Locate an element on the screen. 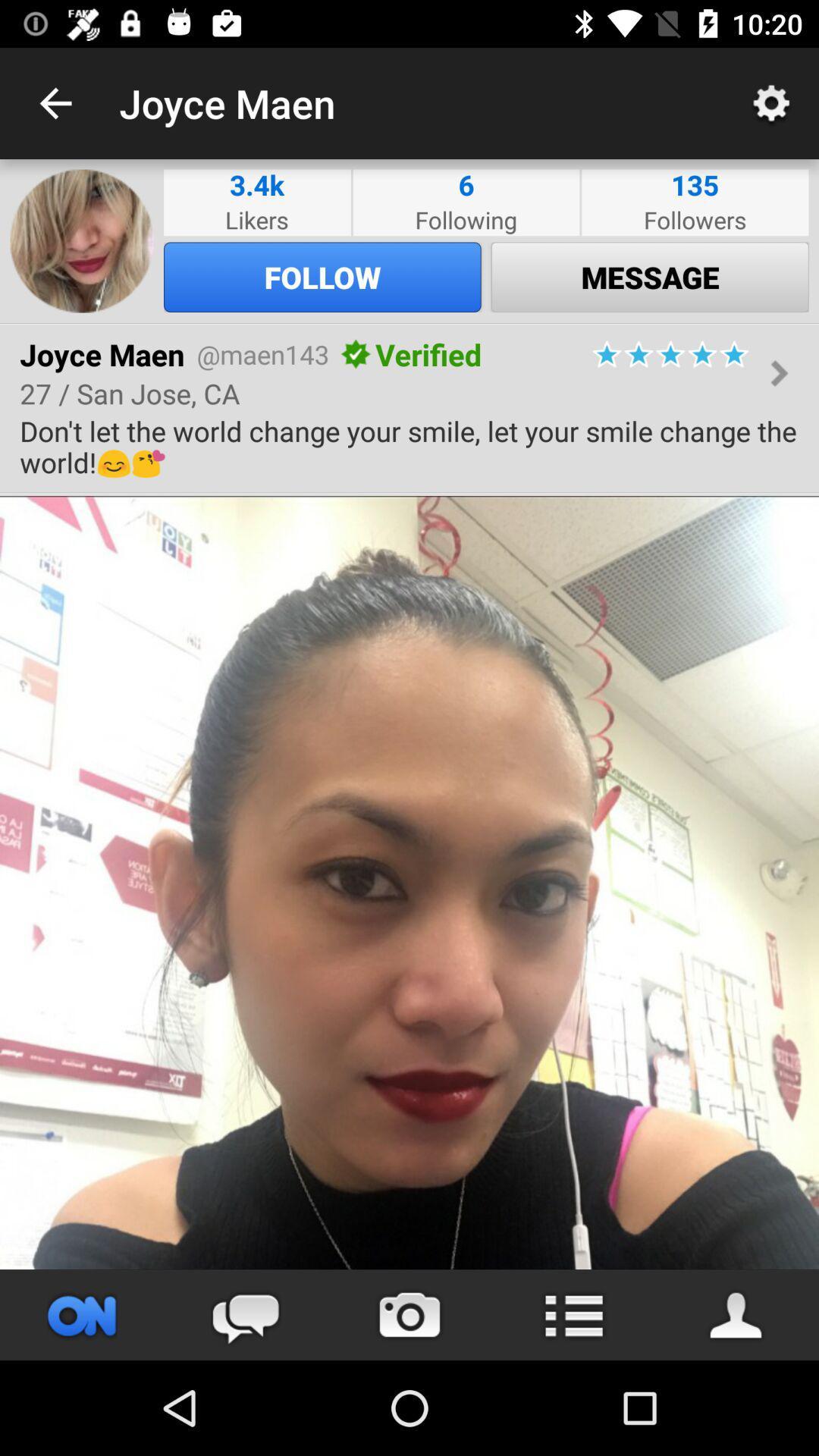  icon next to the joyce maen item is located at coordinates (55, 102).